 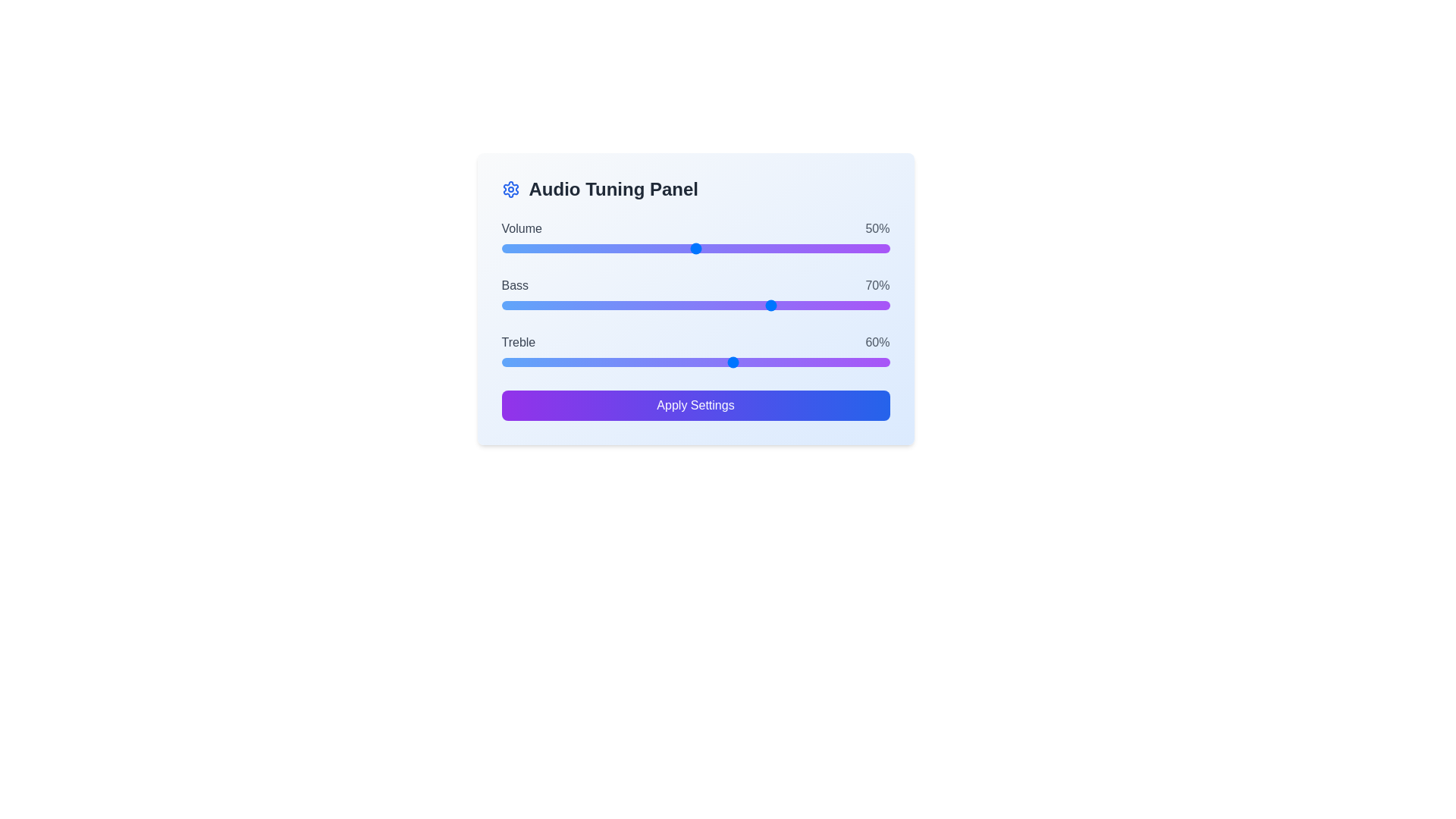 What do you see at coordinates (510, 189) in the screenshot?
I see `the settings icon located on the leftmost side of the 'Audio Tuning Panel' header, adjacent to the text 'Audio Tuning Panel'` at bounding box center [510, 189].